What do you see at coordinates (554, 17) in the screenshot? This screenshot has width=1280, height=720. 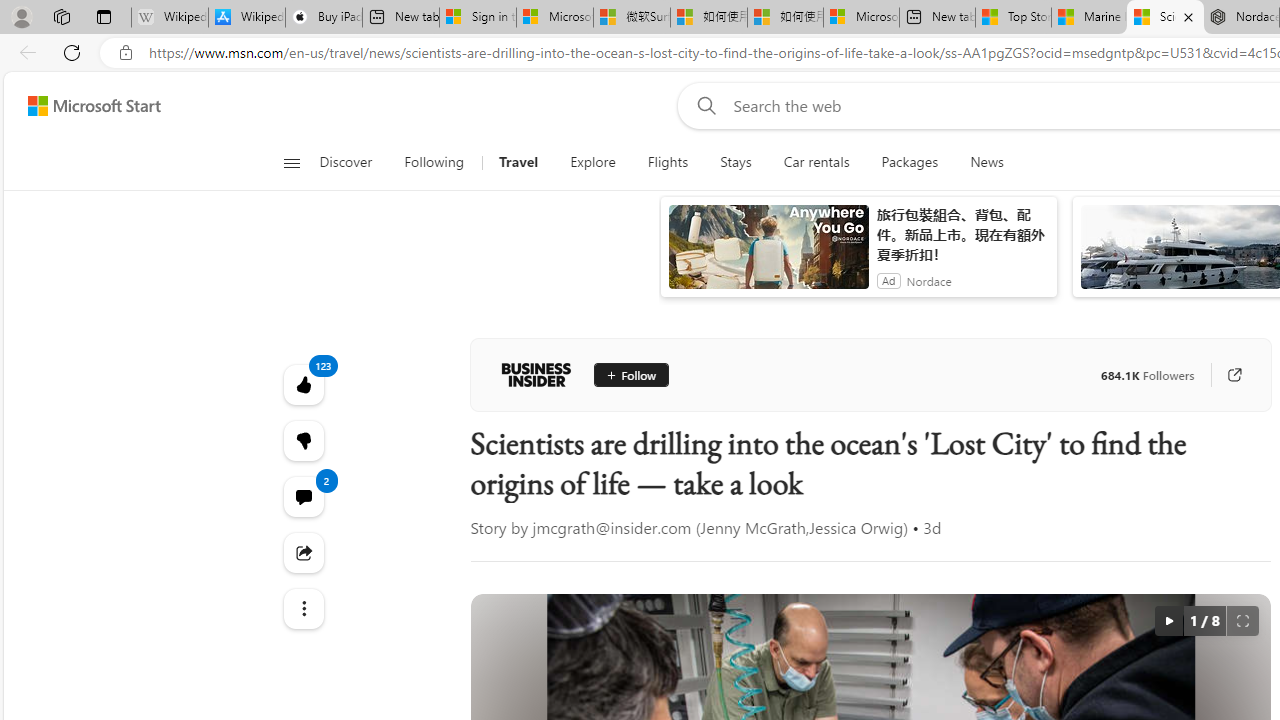 I see `'Microsoft Services Agreement'` at bounding box center [554, 17].